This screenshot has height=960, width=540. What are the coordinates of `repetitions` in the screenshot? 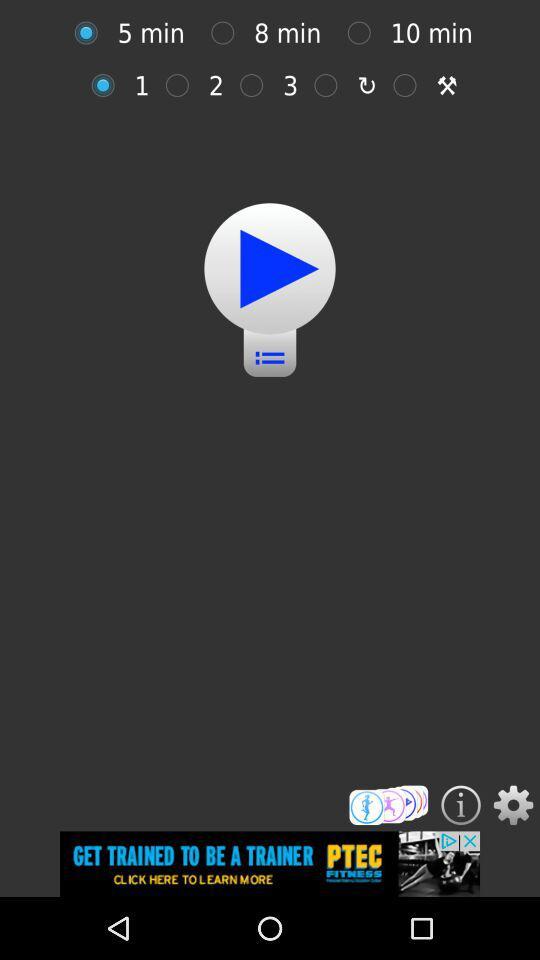 It's located at (108, 85).